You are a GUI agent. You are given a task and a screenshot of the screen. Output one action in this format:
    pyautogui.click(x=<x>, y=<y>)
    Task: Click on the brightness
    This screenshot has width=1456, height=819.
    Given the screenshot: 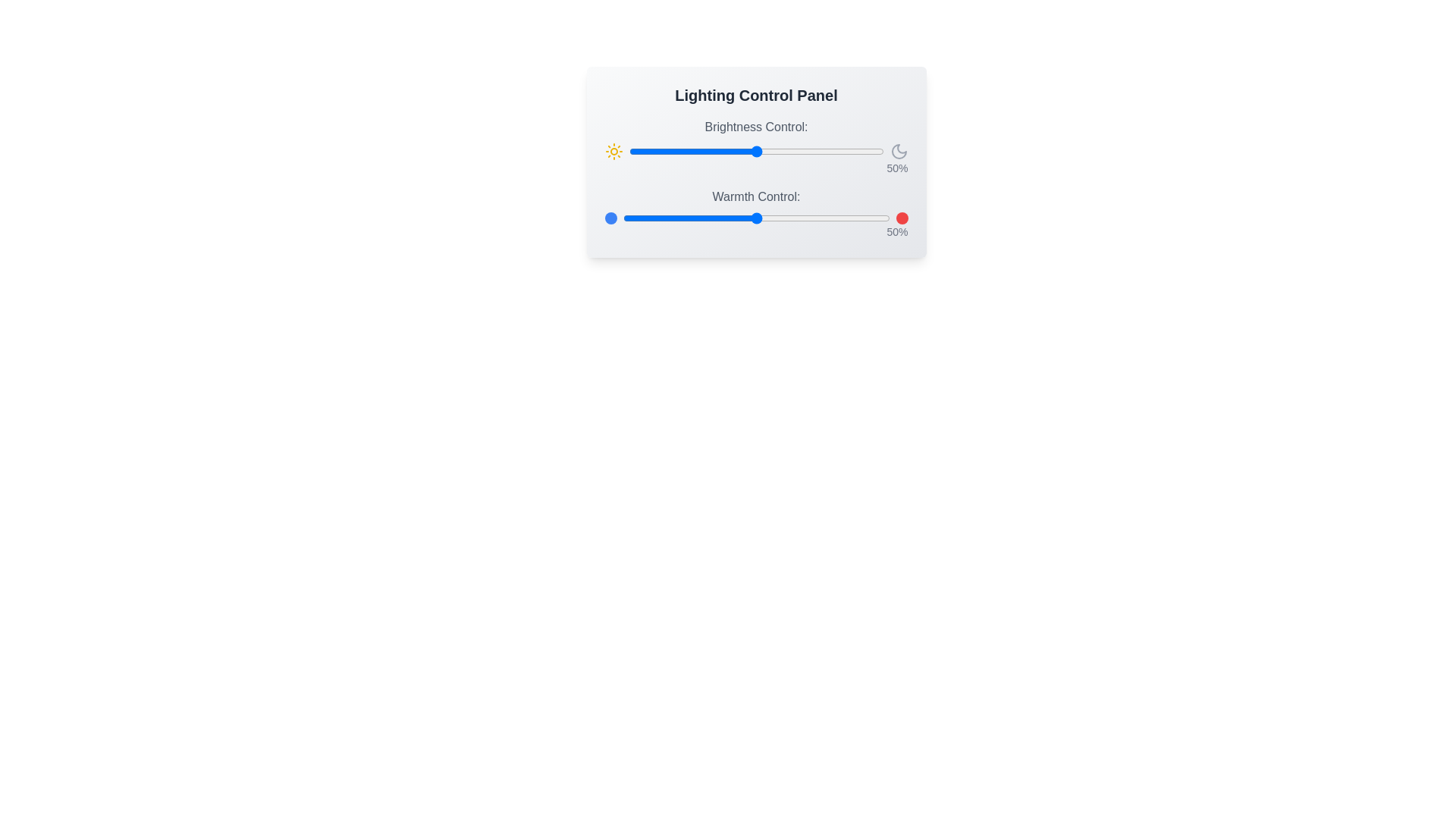 What is the action you would take?
    pyautogui.click(x=697, y=152)
    